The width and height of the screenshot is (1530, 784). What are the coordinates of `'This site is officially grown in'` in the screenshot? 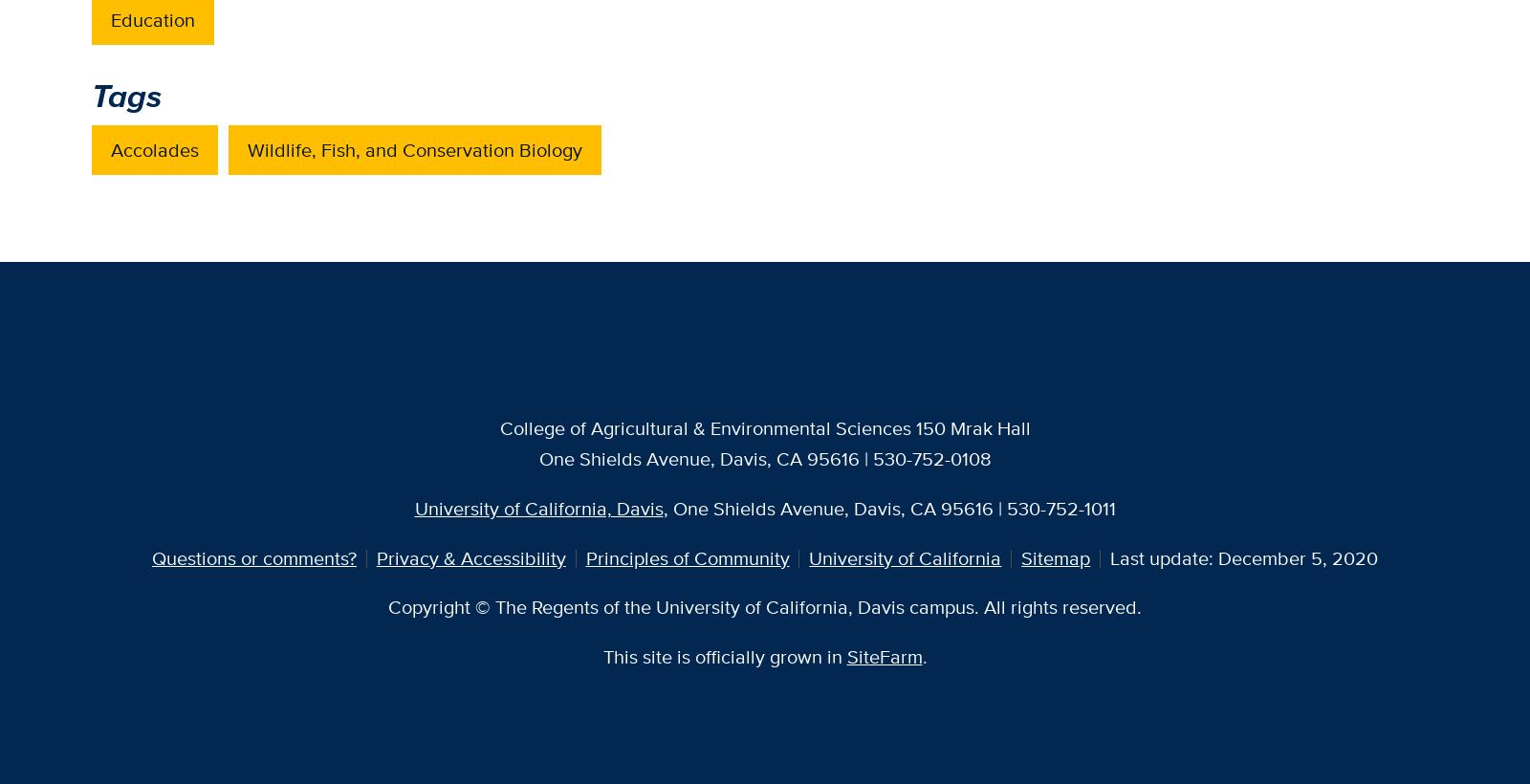 It's located at (724, 656).